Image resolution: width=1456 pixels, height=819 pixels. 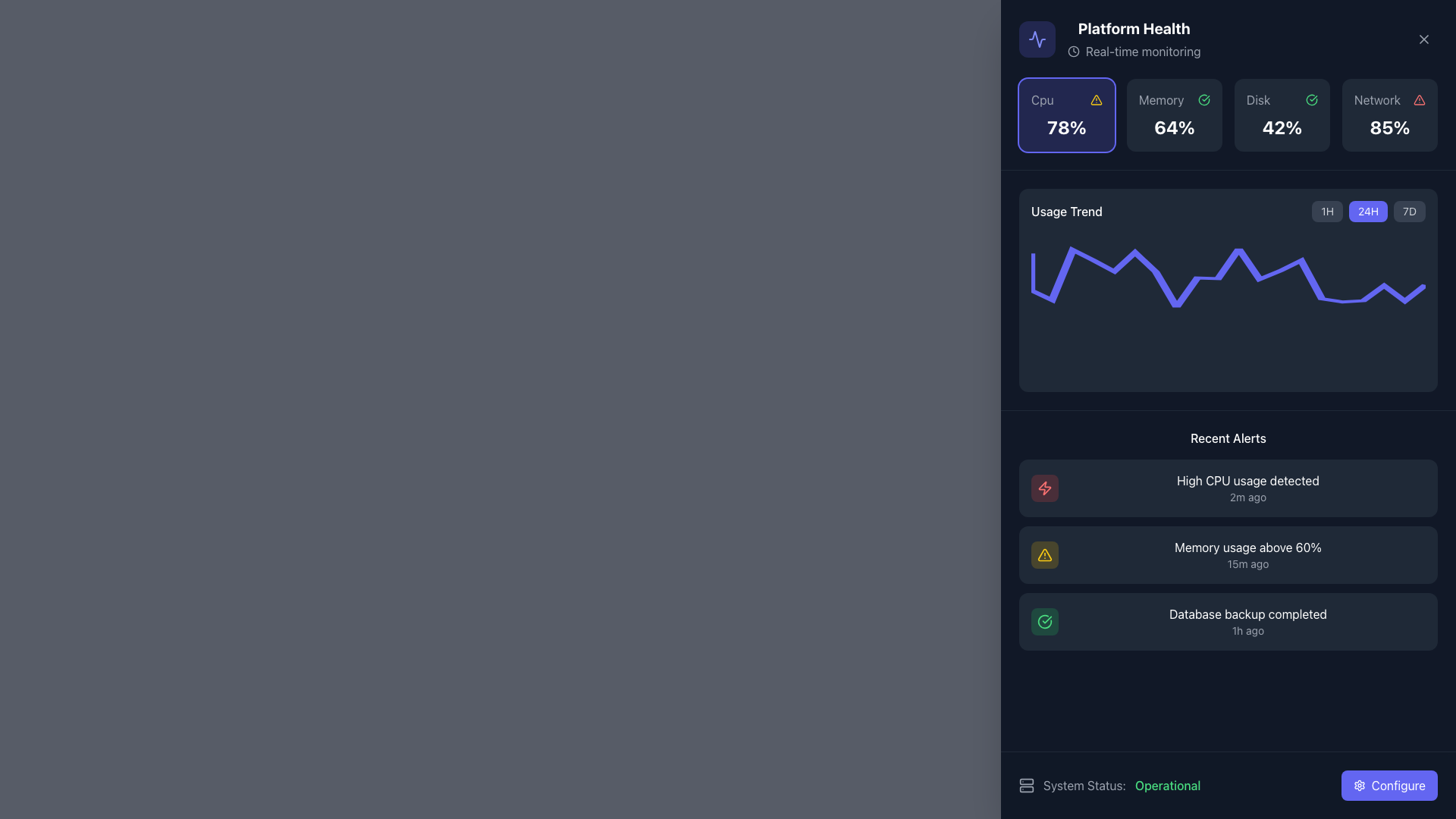 I want to click on the icon located within the 'Configure' button at the bottom-right corner of the UI, which visually signals customization or settings, so click(x=1359, y=785).